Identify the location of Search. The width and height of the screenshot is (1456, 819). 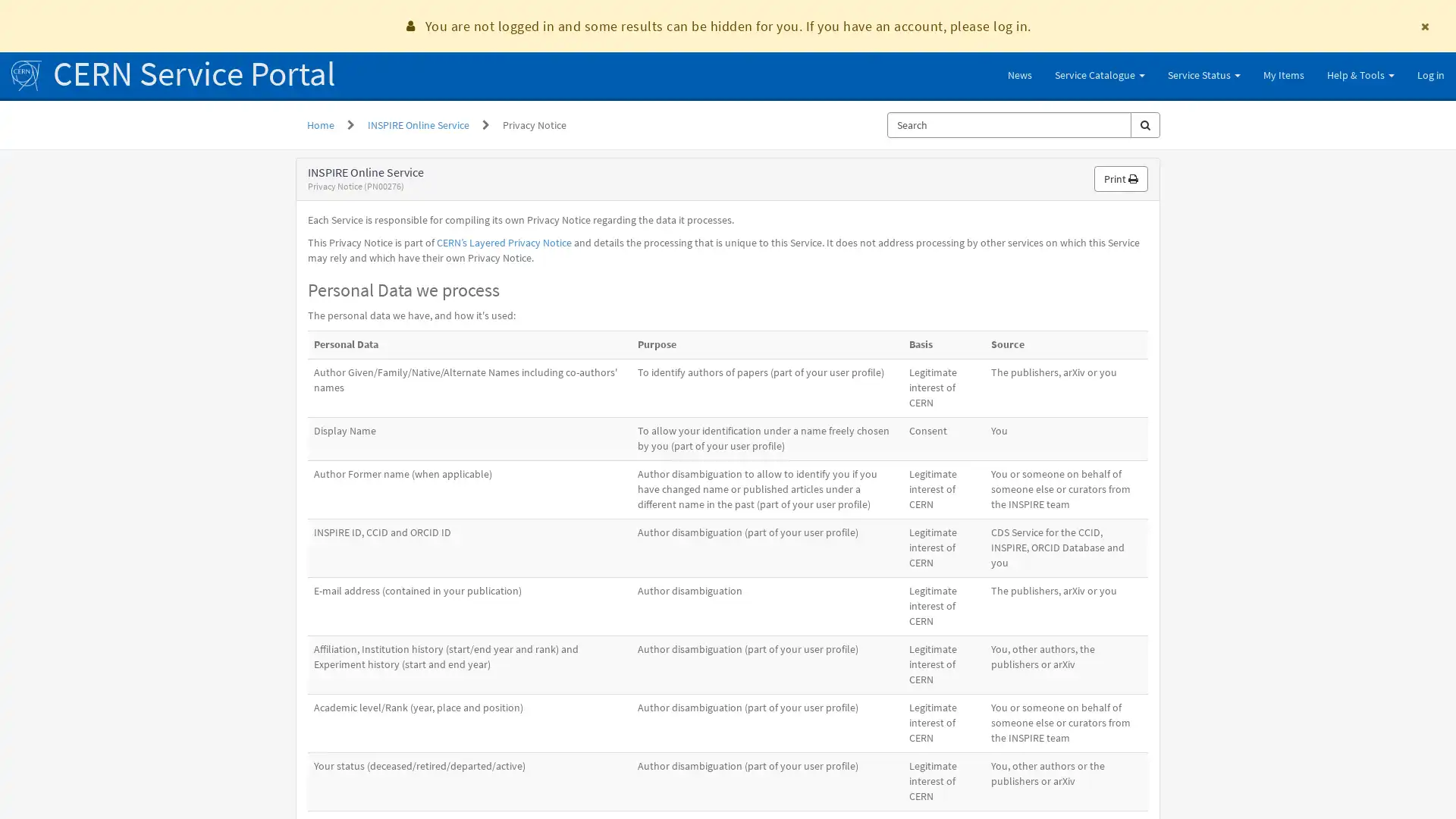
(1145, 124).